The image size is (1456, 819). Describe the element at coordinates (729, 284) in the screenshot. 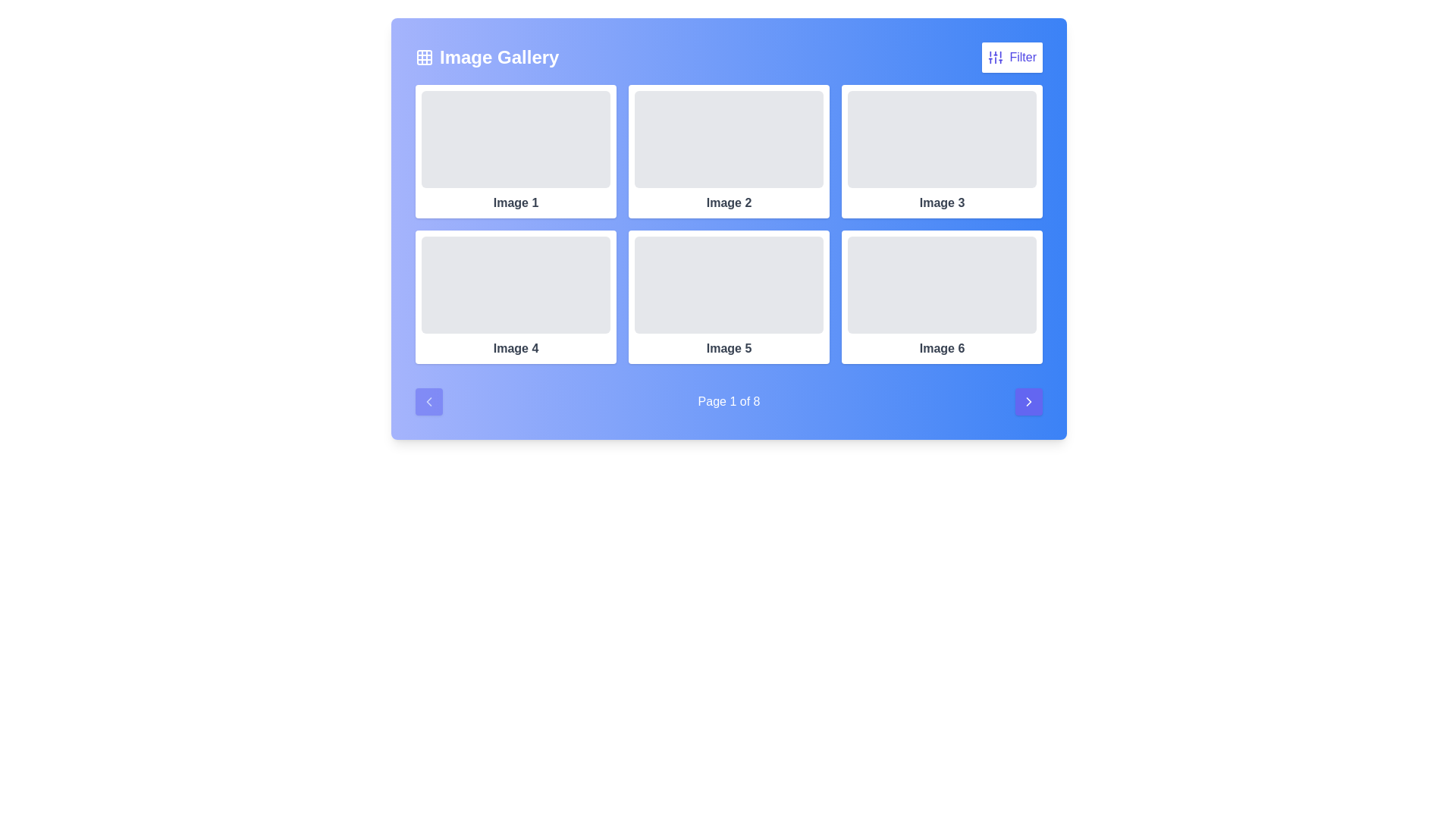

I see `the light gray rectangular placeholder component located in the fifth position of the image gallery grid` at that location.